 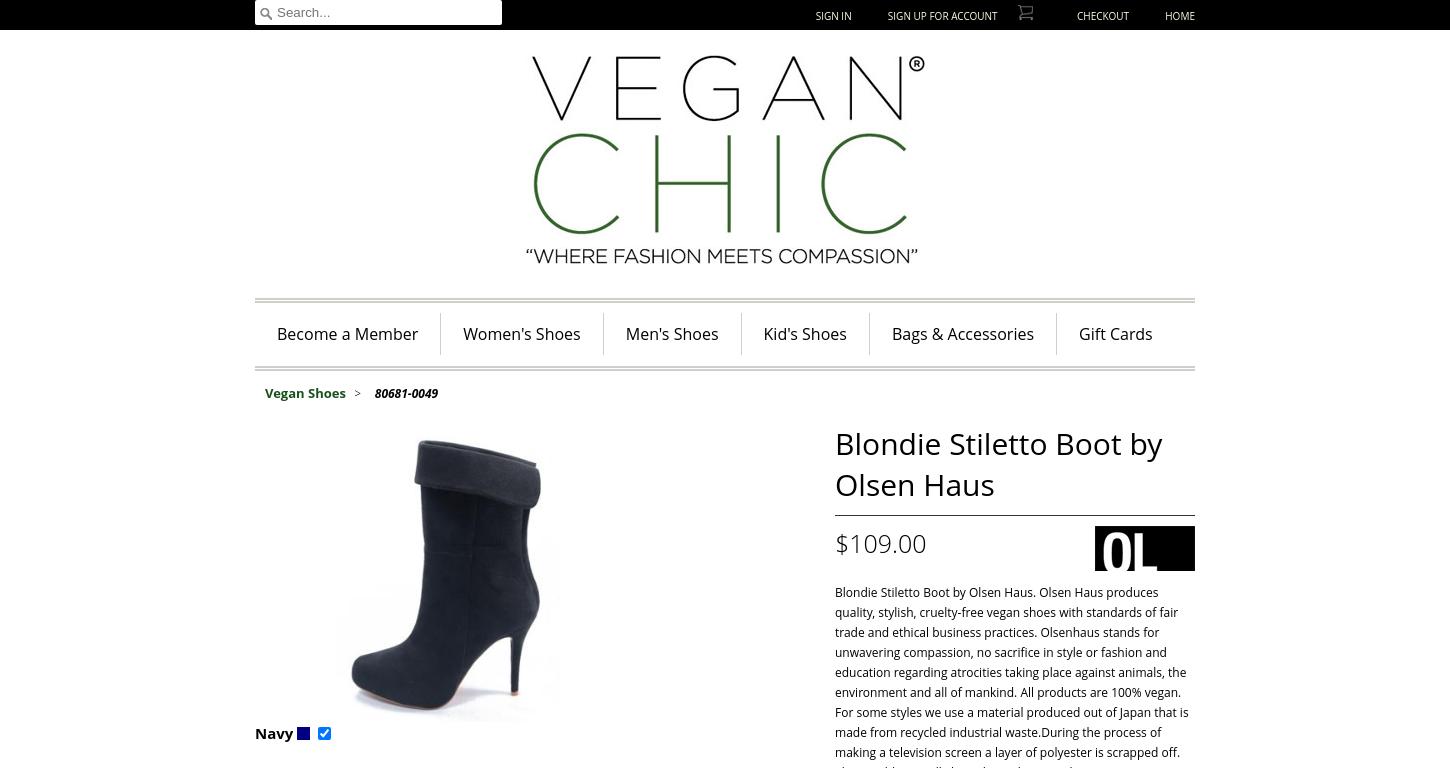 What do you see at coordinates (1114, 333) in the screenshot?
I see `'Gift Cards'` at bounding box center [1114, 333].